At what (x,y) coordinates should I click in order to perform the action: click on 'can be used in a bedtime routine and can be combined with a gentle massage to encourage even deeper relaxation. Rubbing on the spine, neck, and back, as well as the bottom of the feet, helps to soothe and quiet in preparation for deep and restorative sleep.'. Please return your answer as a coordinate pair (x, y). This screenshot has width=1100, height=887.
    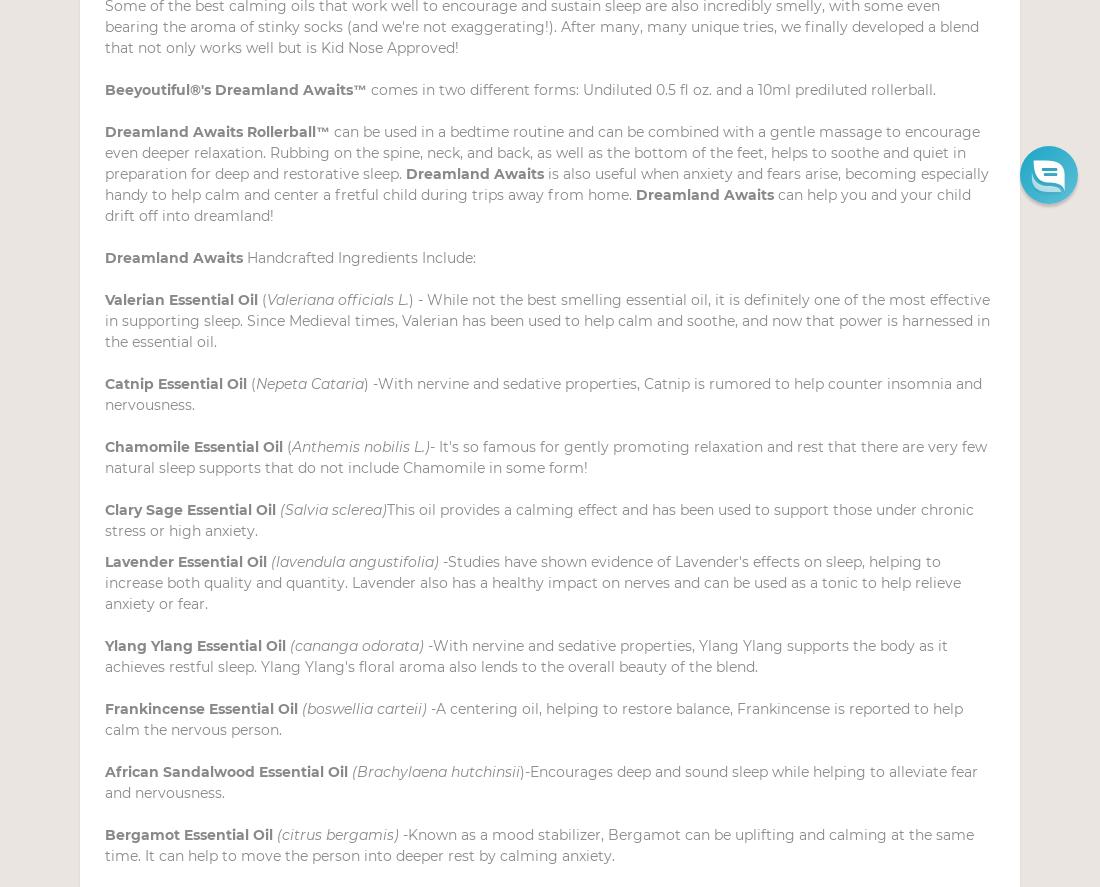
    Looking at the image, I should click on (542, 152).